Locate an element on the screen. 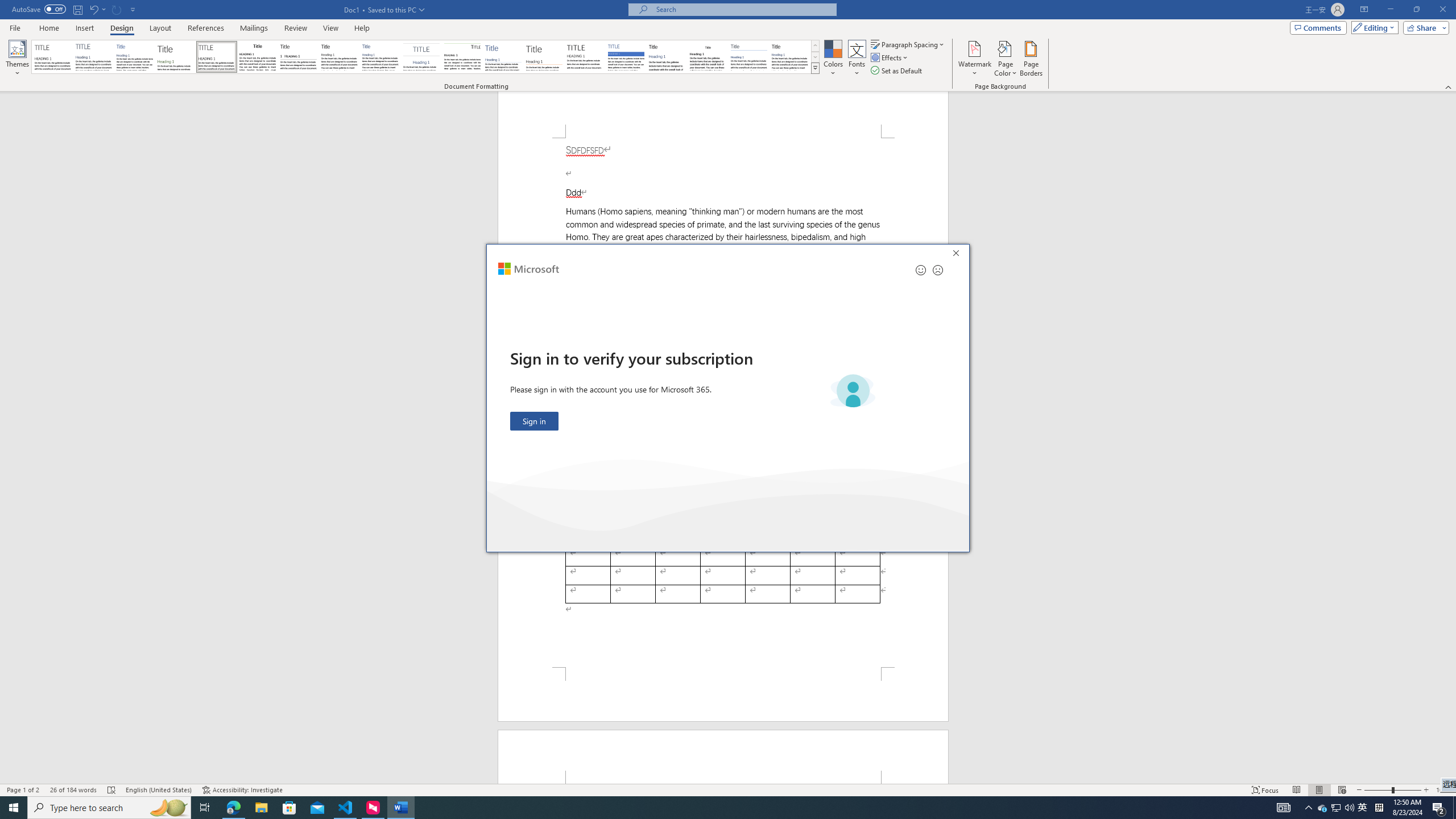 The height and width of the screenshot is (819, 1456). 'File Explorer' is located at coordinates (260, 806).